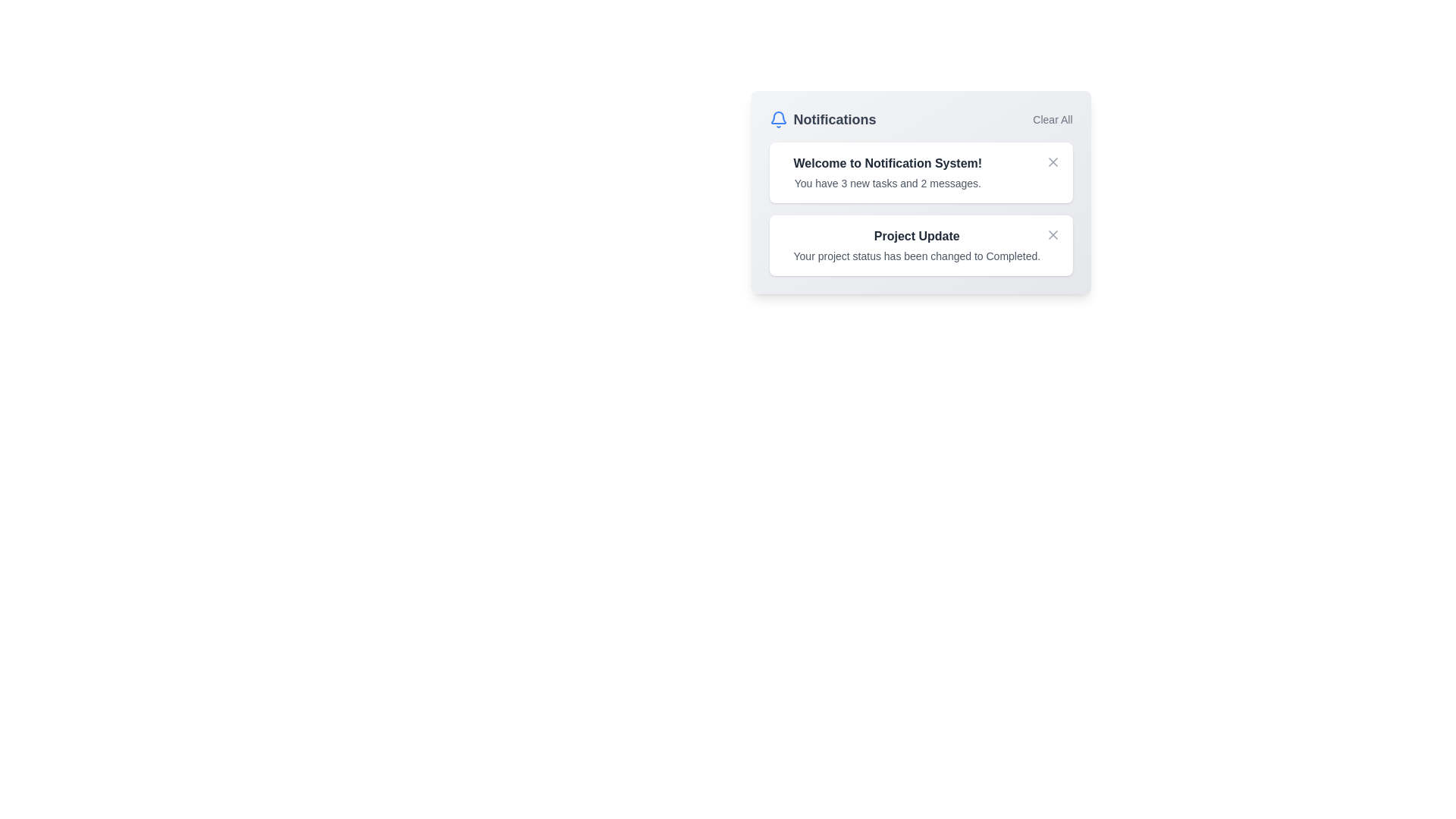 The width and height of the screenshot is (1456, 819). Describe the element at coordinates (920, 171) in the screenshot. I see `notification card titled 'Welcome to Notification System!' which is the first card in the notifications list and contains details about new tasks and messages` at that location.